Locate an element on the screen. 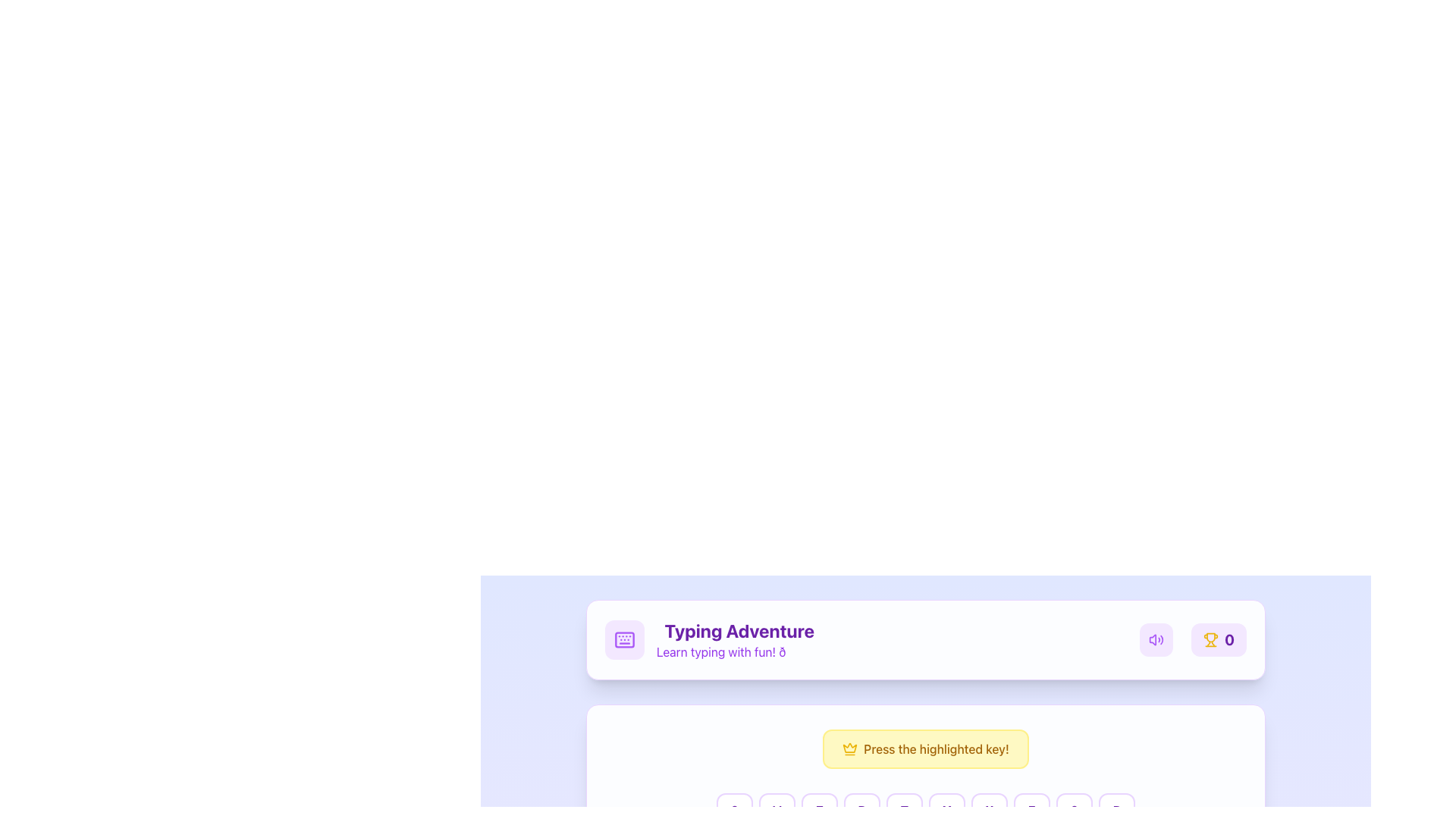 This screenshot has height=819, width=1456. the trophy icon represented by a yellow SVG graphic located in the top right corner of the interface, adjacent to a numeric element is located at coordinates (1210, 638).